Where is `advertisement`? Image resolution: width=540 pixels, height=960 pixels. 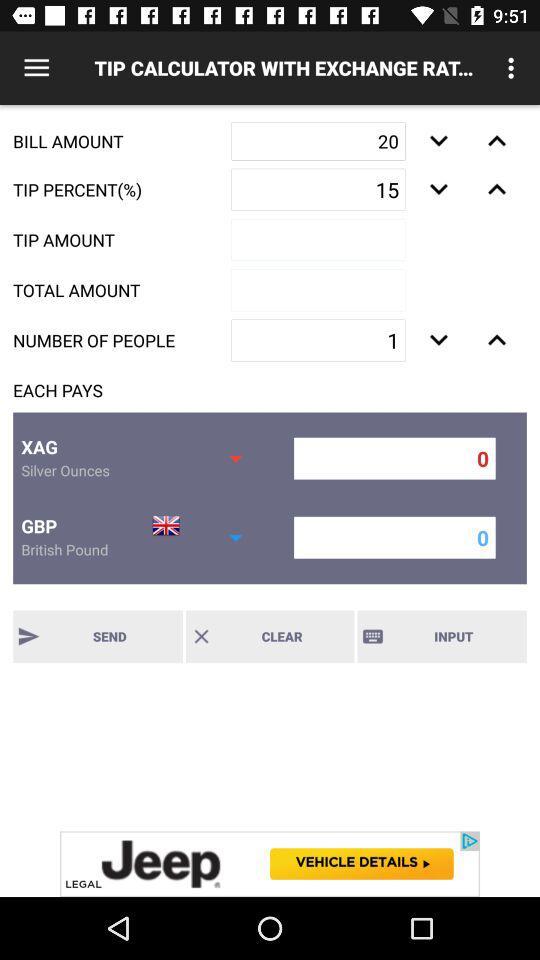
advertisement is located at coordinates (270, 863).